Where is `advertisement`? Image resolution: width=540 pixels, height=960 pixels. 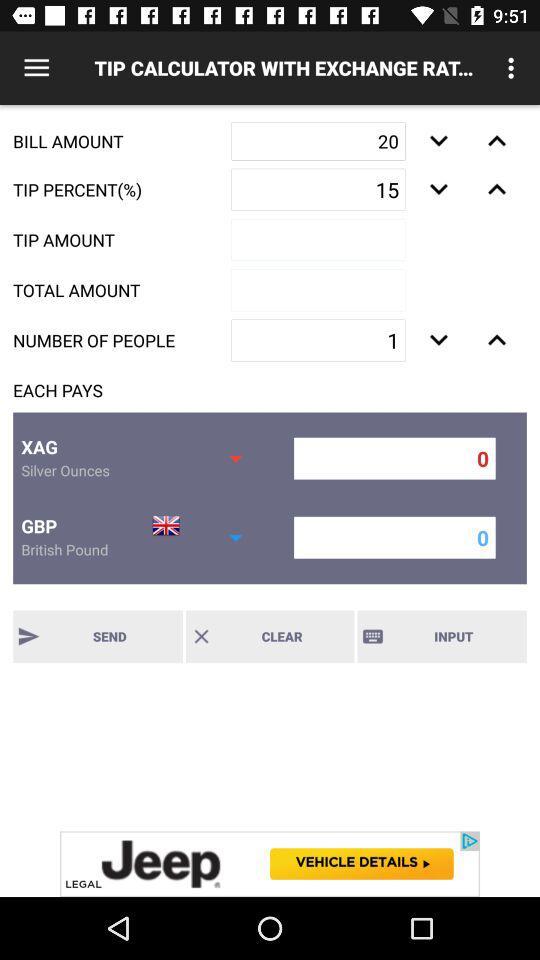
advertisement is located at coordinates (270, 863).